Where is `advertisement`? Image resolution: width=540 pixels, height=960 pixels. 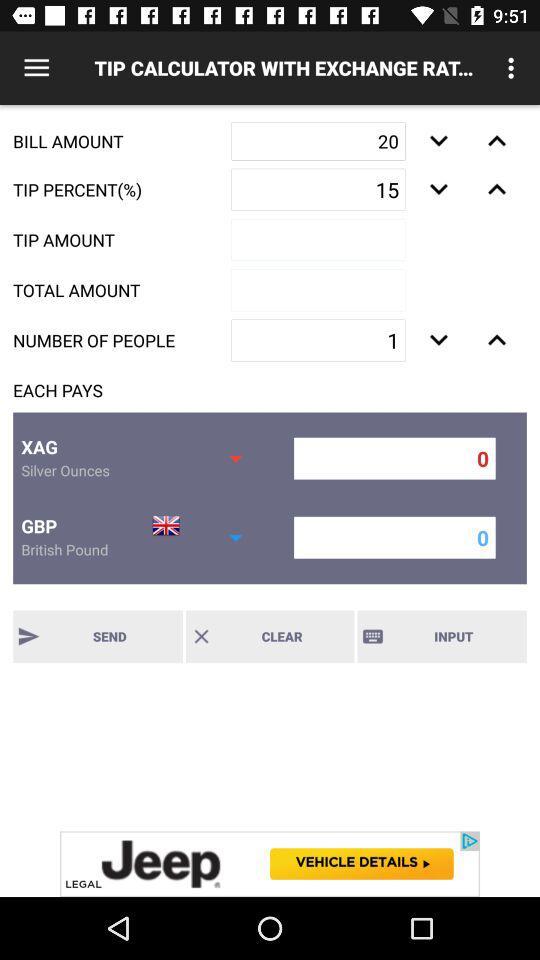
advertisement is located at coordinates (270, 863).